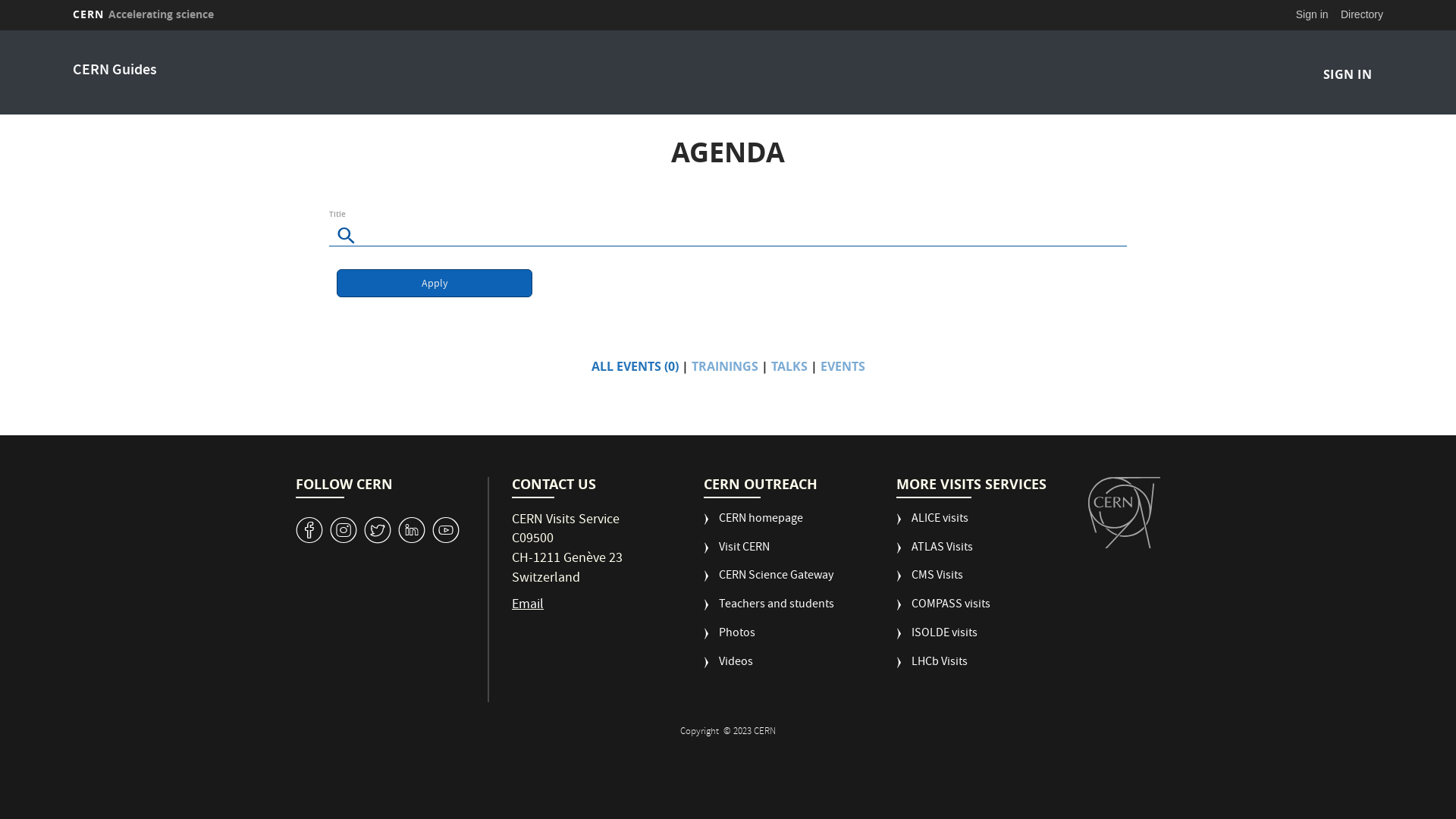 This screenshot has width=1456, height=819. What do you see at coordinates (934, 554) in the screenshot?
I see `'ATLAS Visits'` at bounding box center [934, 554].